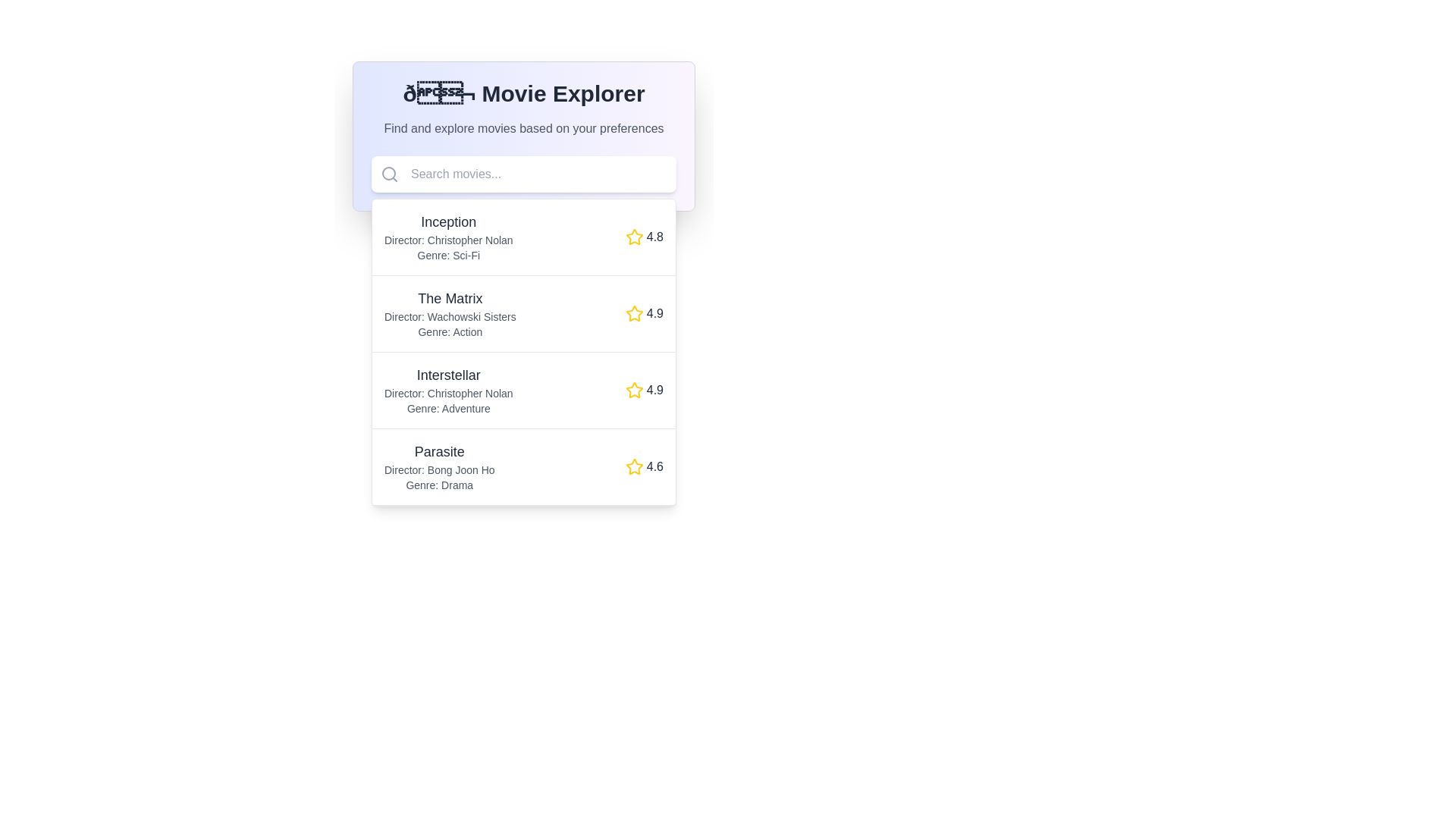  I want to click on the yellow star icon with the text label '4.8' indicating the rating for the movie 'Inception', so click(644, 237).